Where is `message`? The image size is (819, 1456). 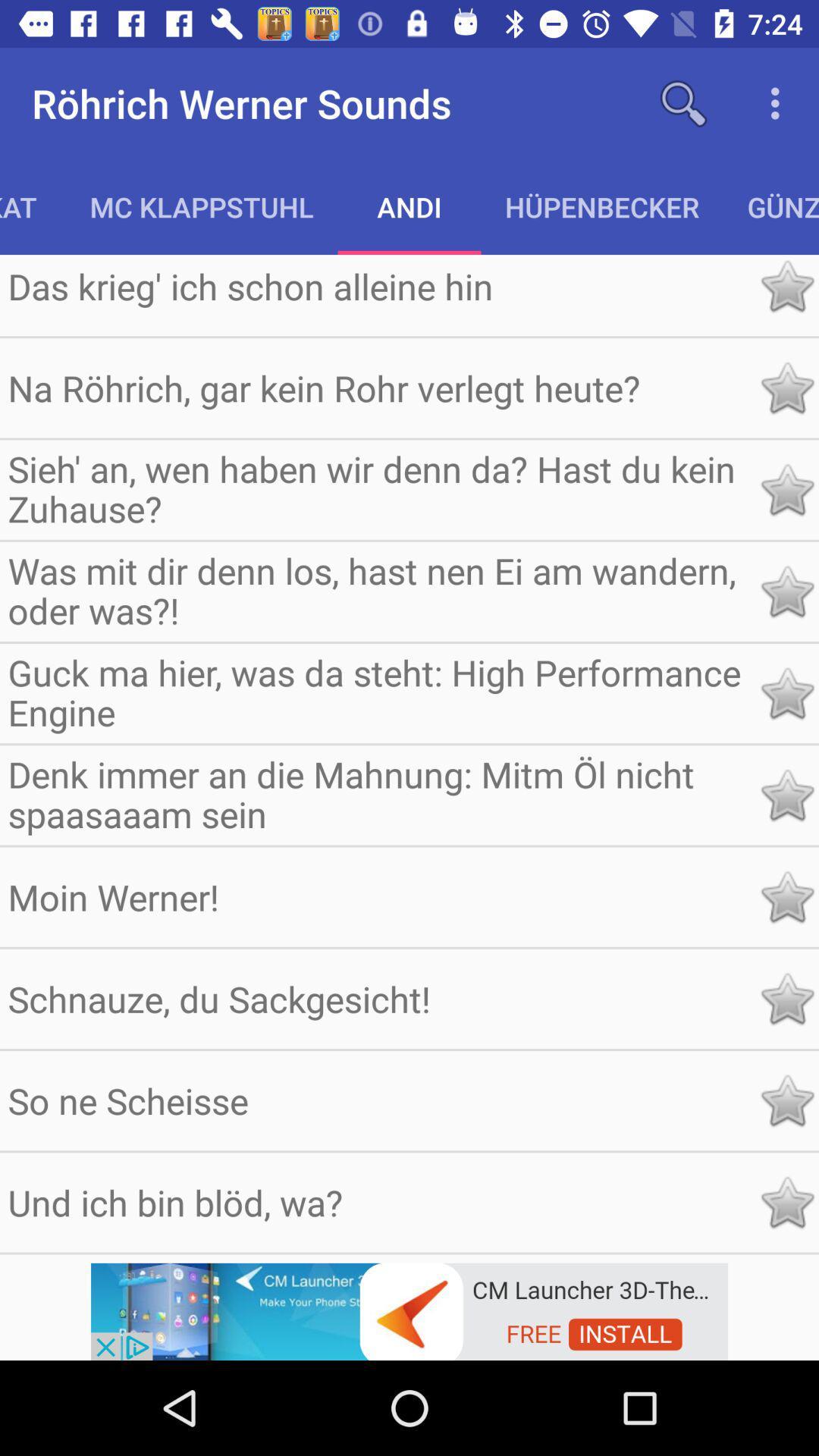
message is located at coordinates (786, 1100).